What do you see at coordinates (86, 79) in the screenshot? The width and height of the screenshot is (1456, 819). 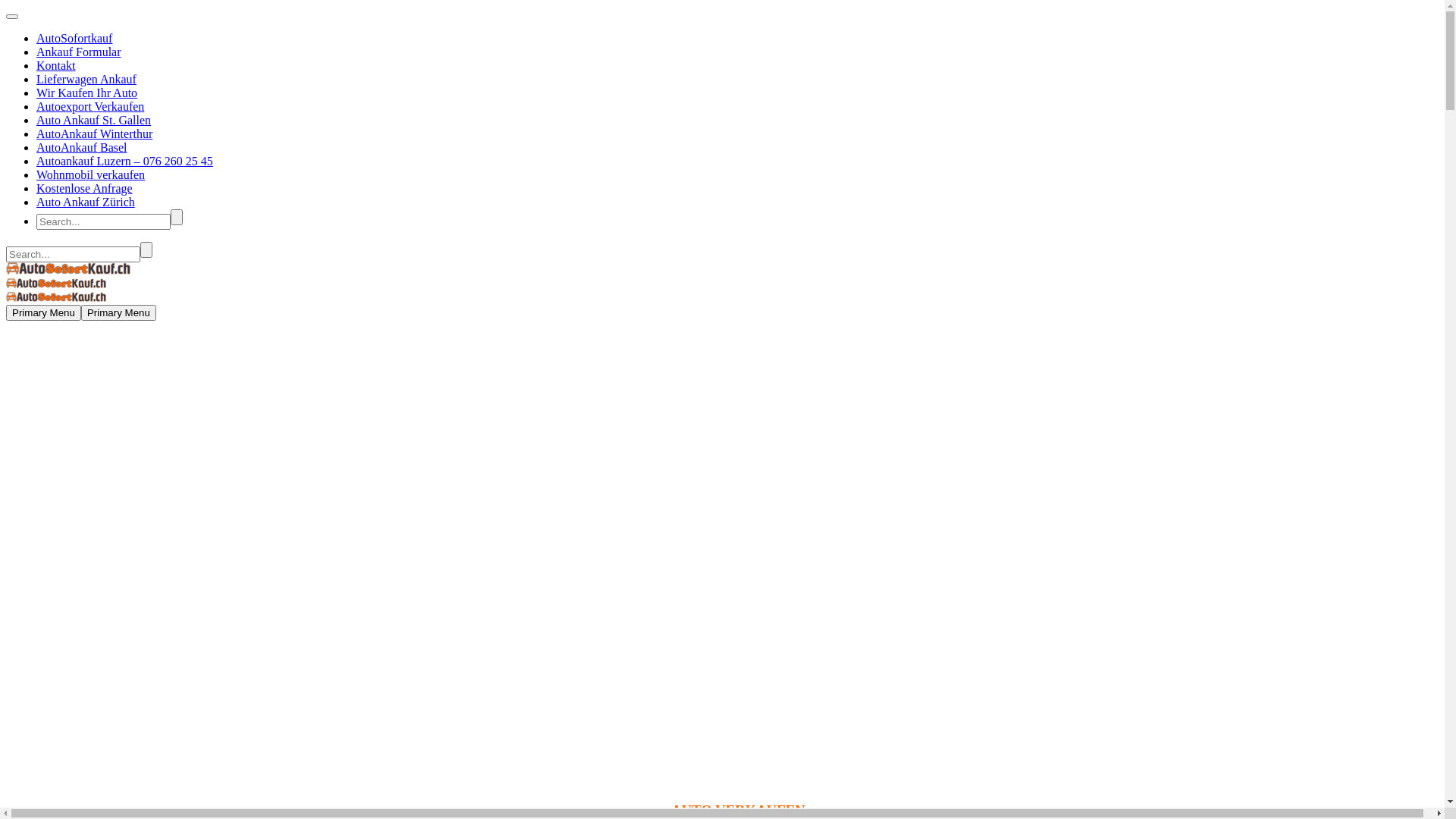 I see `'Lieferwagen Ankauf'` at bounding box center [86, 79].